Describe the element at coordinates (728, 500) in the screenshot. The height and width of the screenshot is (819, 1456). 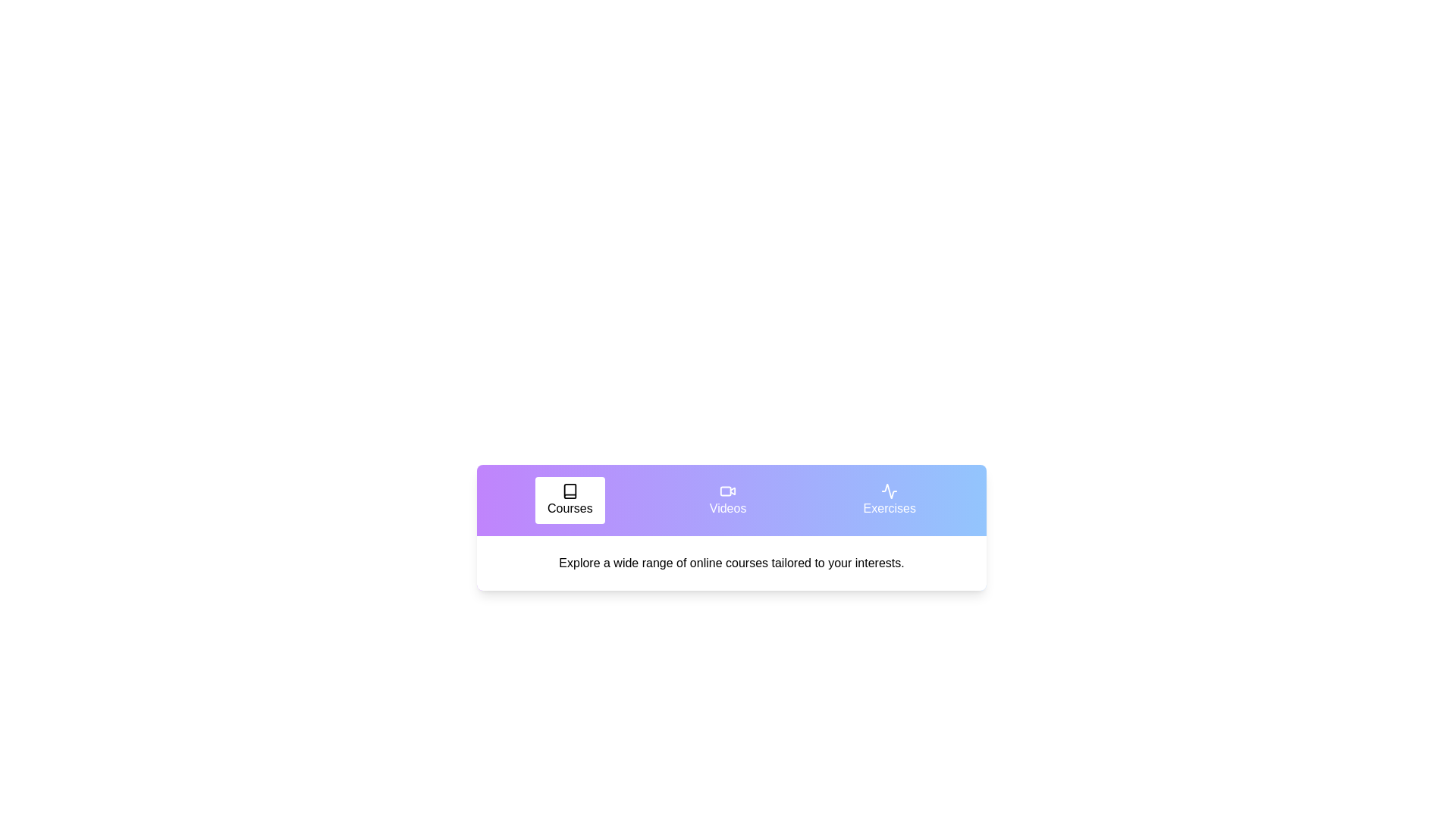
I see `the tab labeled Videos to observe hover effects` at that location.